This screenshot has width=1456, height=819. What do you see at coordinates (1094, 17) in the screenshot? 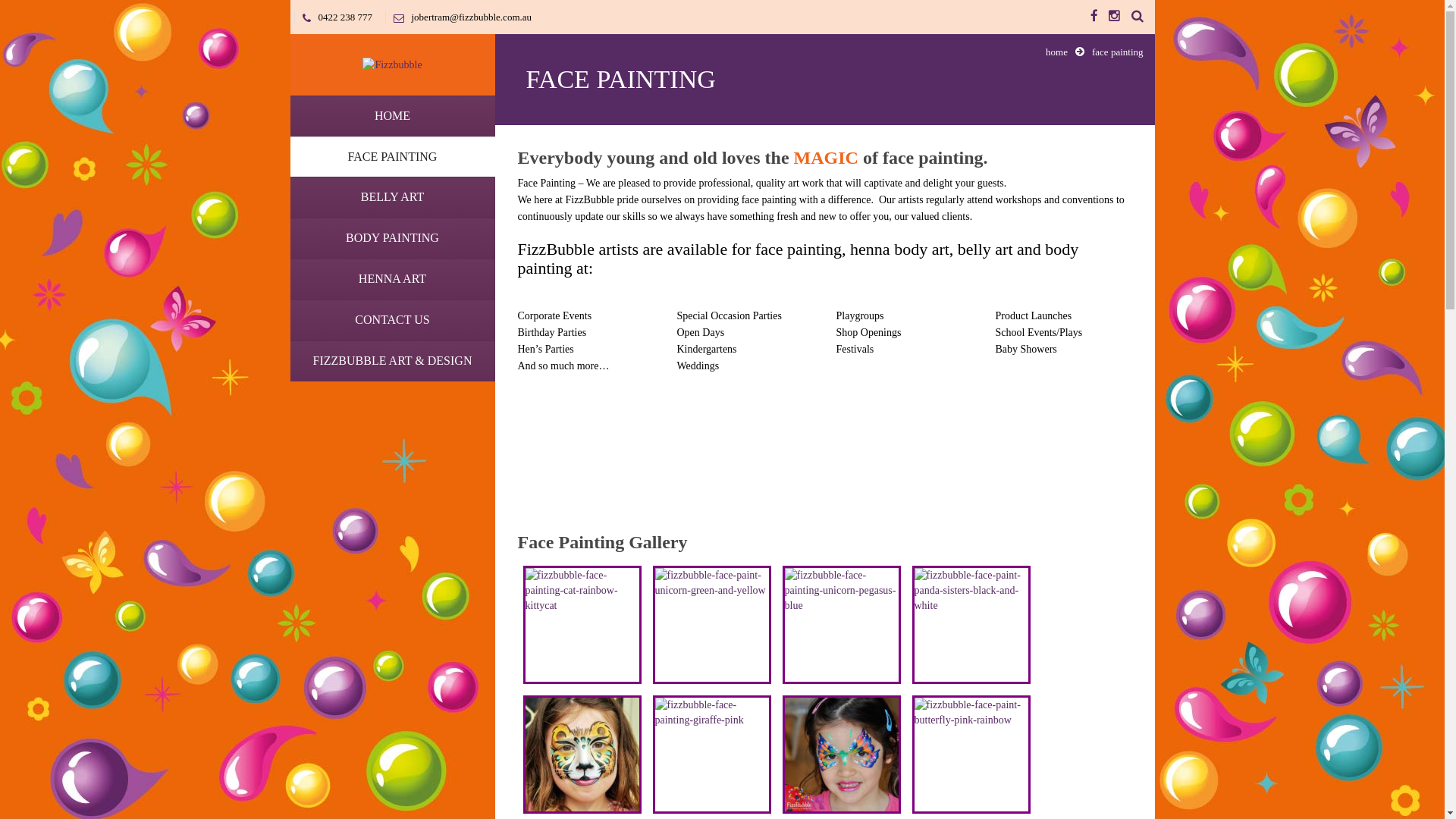
I see `'Facebook'` at bounding box center [1094, 17].